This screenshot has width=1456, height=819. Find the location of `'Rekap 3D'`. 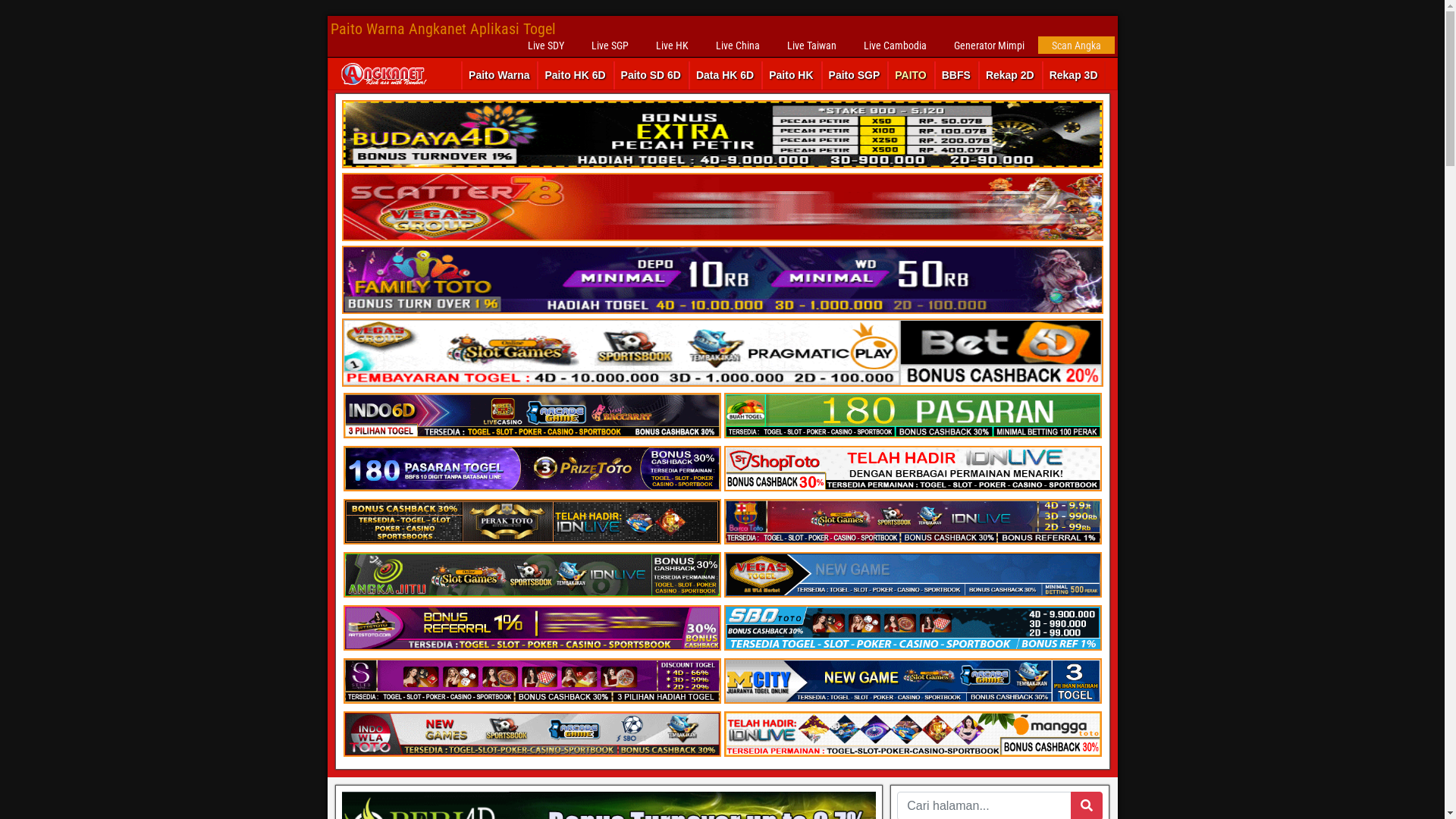

'Rekap 3D' is located at coordinates (1073, 75).